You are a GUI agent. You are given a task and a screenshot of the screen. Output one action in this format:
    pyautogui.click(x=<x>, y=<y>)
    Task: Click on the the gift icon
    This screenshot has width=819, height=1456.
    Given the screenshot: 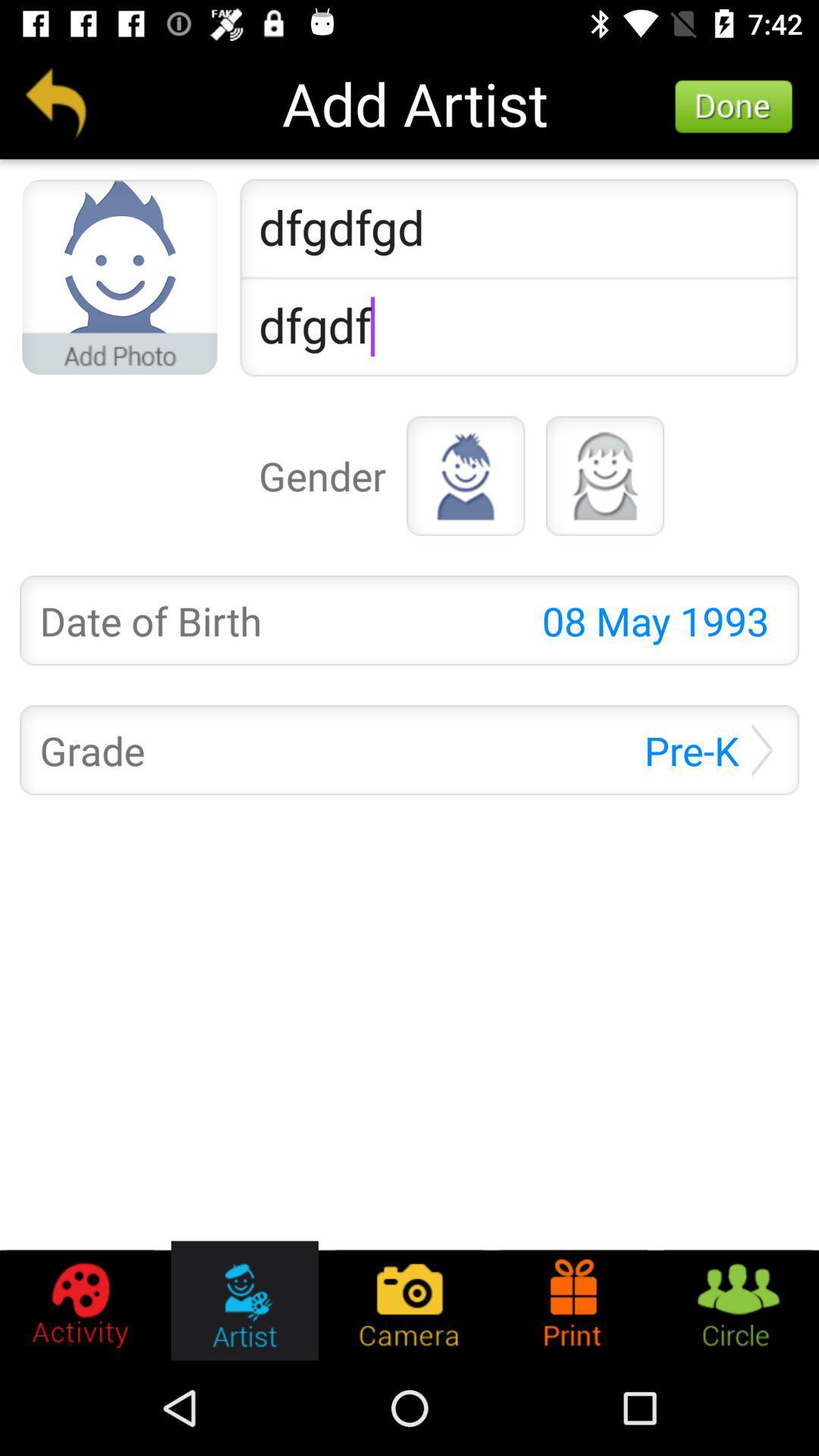 What is the action you would take?
    pyautogui.click(x=573, y=1300)
    